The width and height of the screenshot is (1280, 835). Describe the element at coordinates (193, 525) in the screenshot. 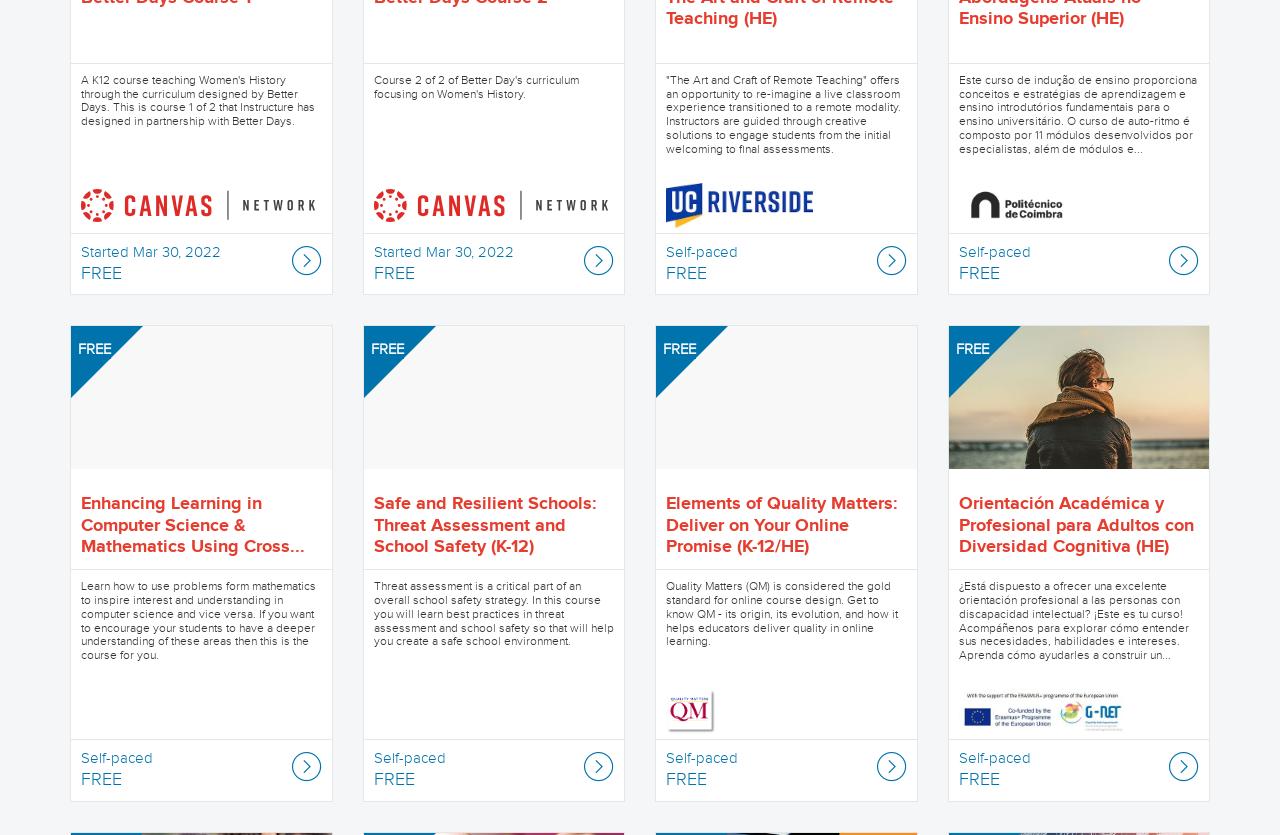

I see `'Enhancing Learning in Computer Science & Mathematics Using Cross...'` at that location.